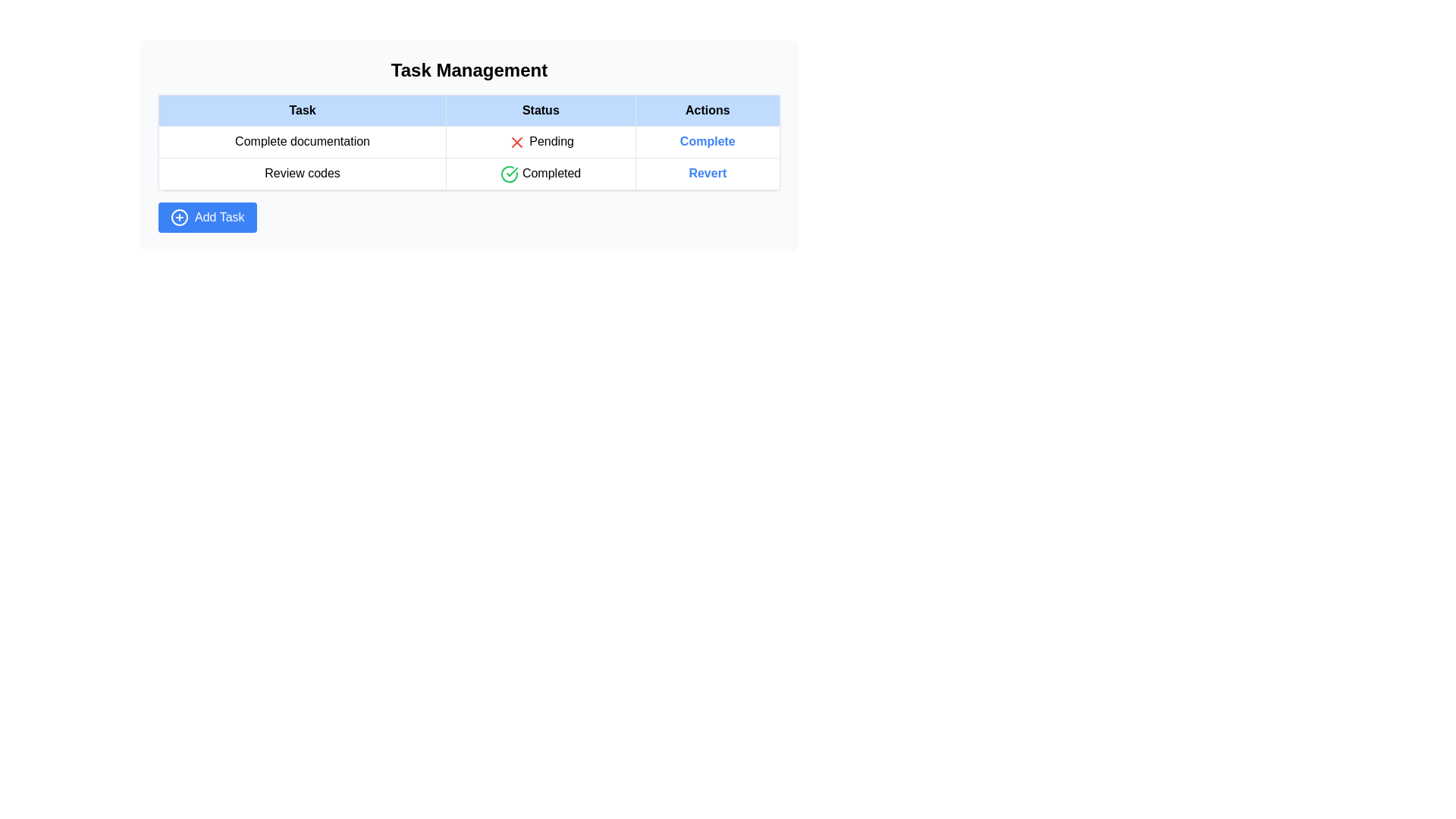  I want to click on the 'Revert' clickable text link in the 'Actions' column of the table for the task 'Review codes', so click(707, 173).